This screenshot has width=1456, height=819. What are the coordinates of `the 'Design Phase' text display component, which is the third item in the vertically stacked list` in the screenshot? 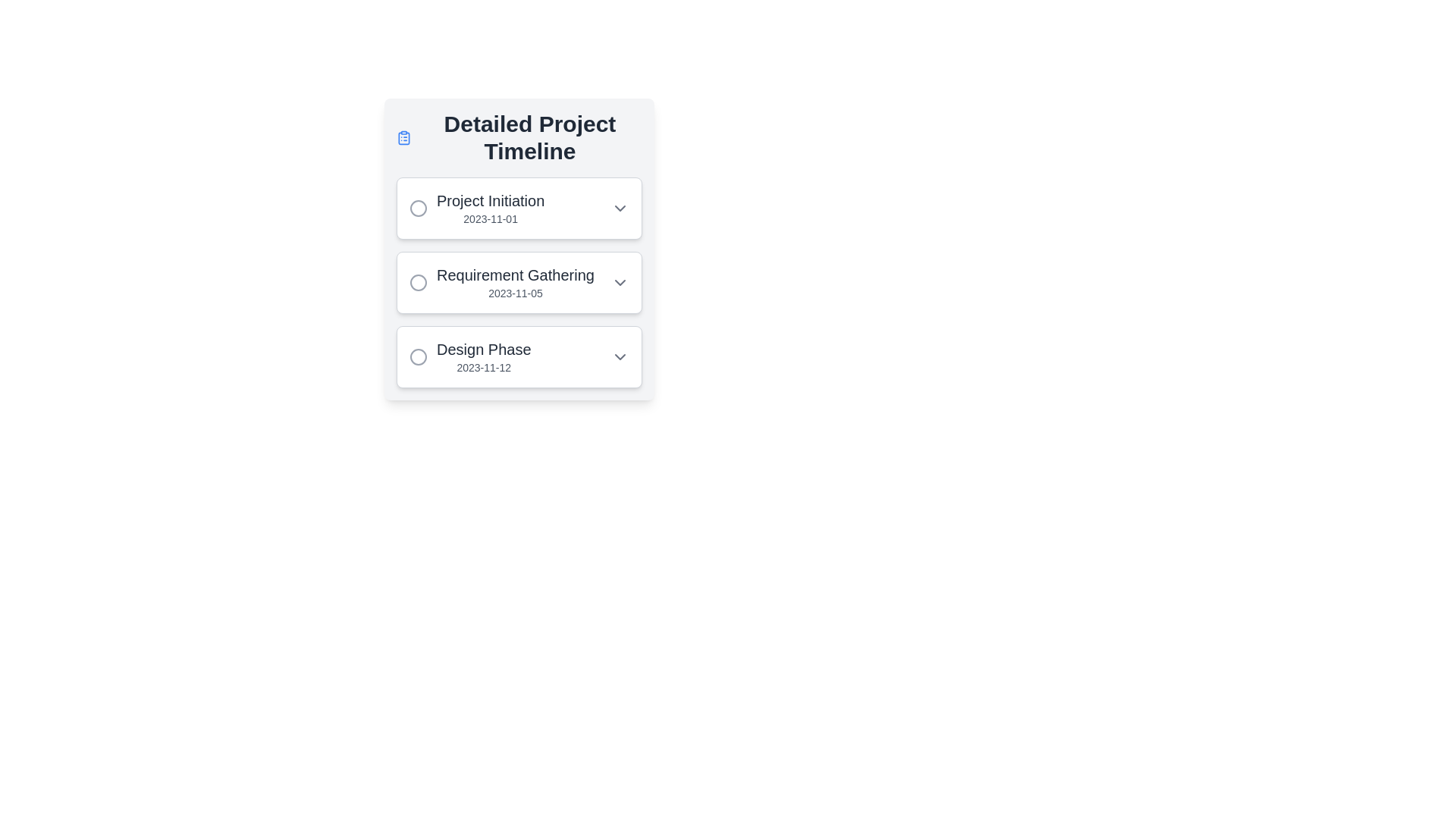 It's located at (483, 356).